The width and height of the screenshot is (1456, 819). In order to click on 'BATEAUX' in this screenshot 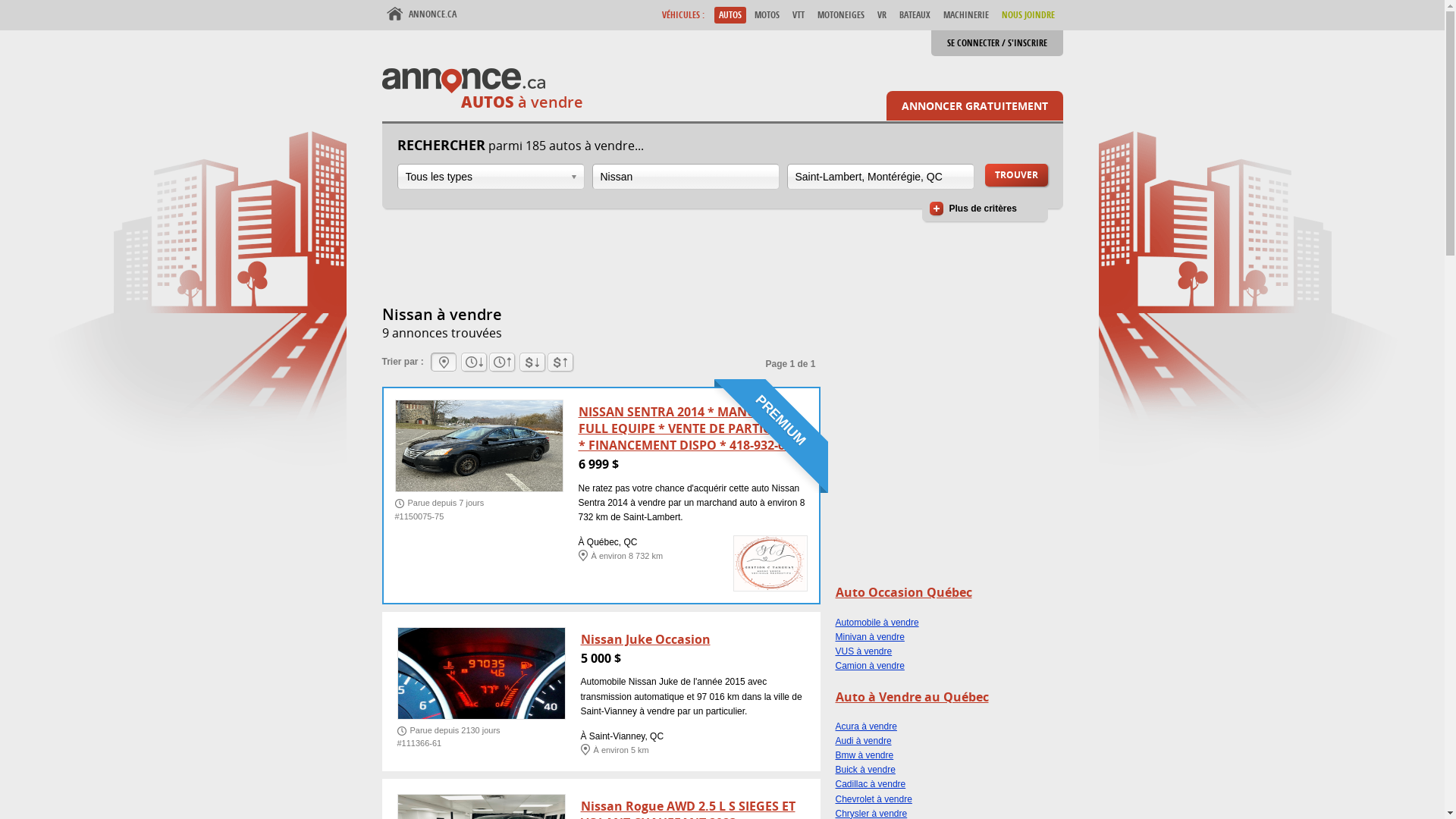, I will do `click(895, 14)`.